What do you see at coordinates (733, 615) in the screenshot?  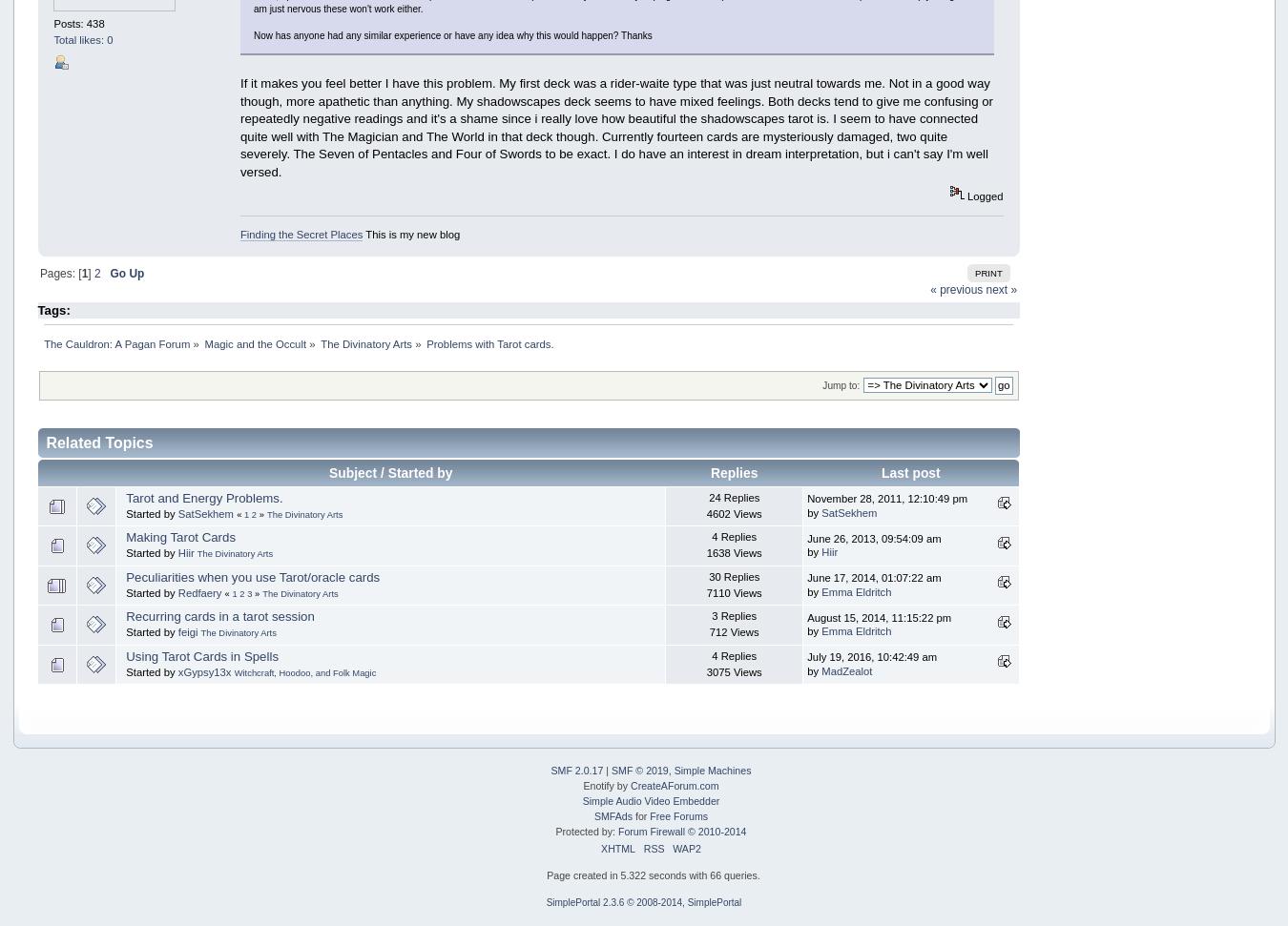 I see `'3 Replies'` at bounding box center [733, 615].